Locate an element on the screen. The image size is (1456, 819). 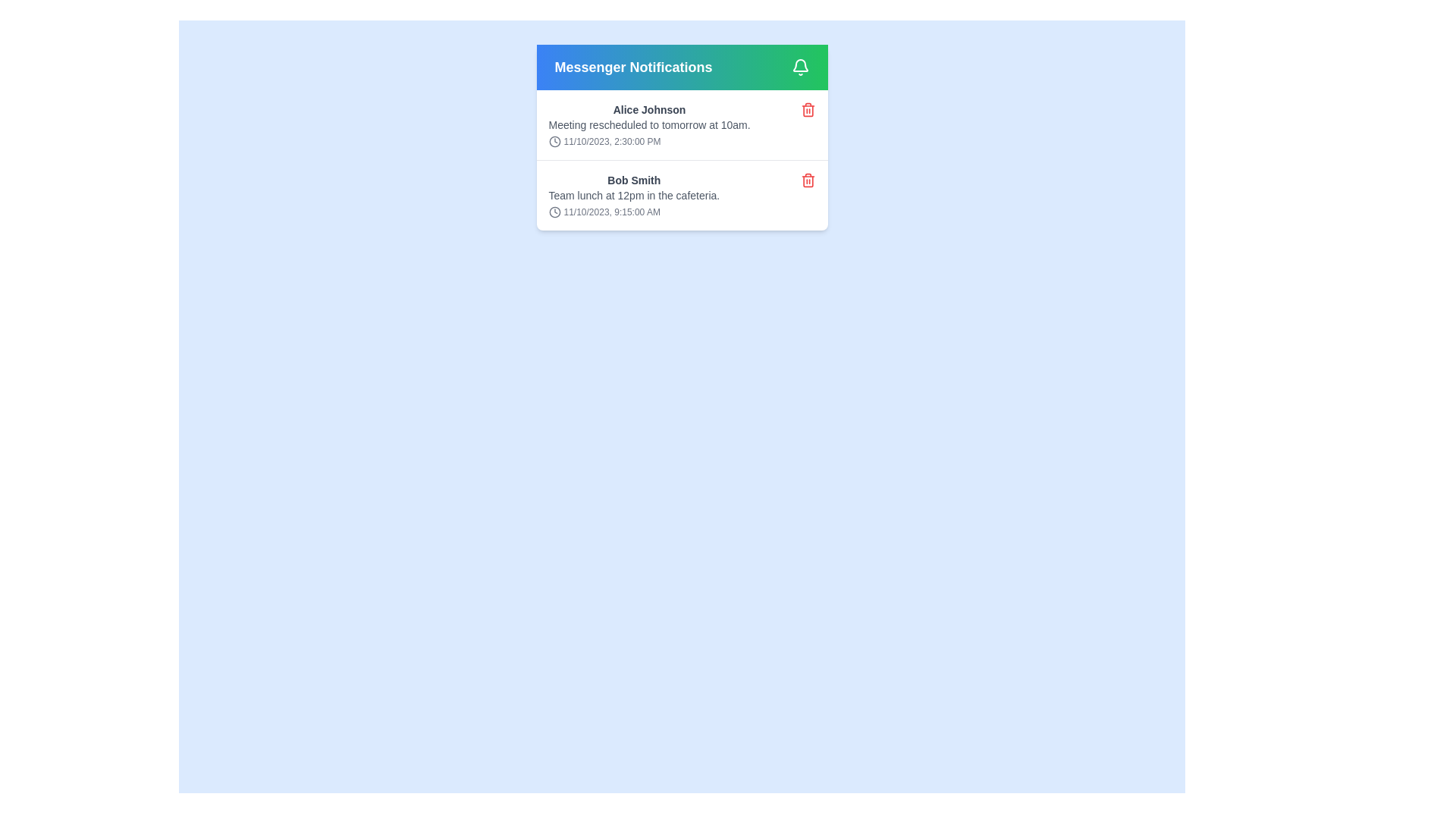
the notification text displaying an event or activity for user 'Bob Smith', which is positioned between the name and the timestamp is located at coordinates (634, 195).